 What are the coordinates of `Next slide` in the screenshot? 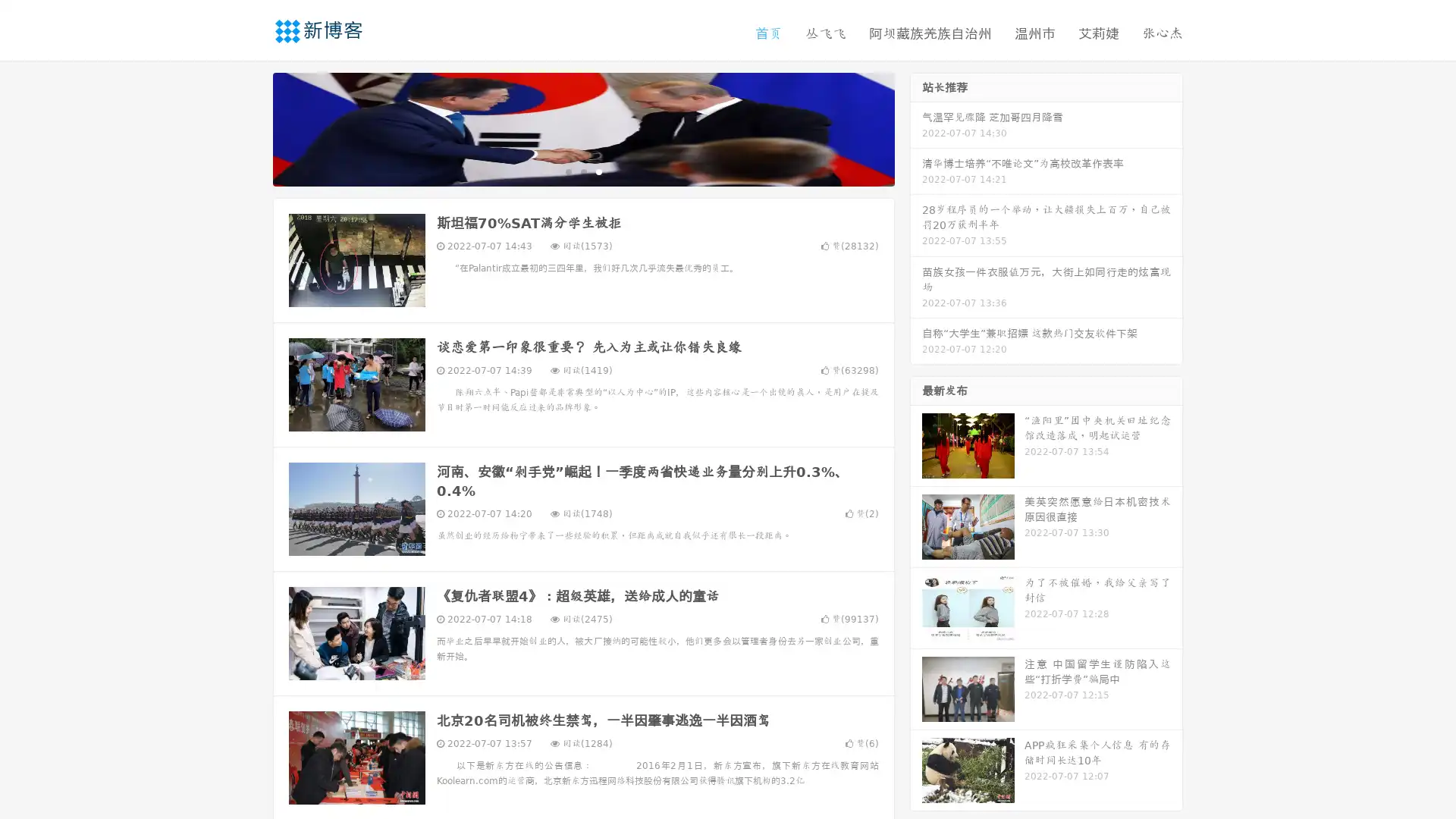 It's located at (916, 127).